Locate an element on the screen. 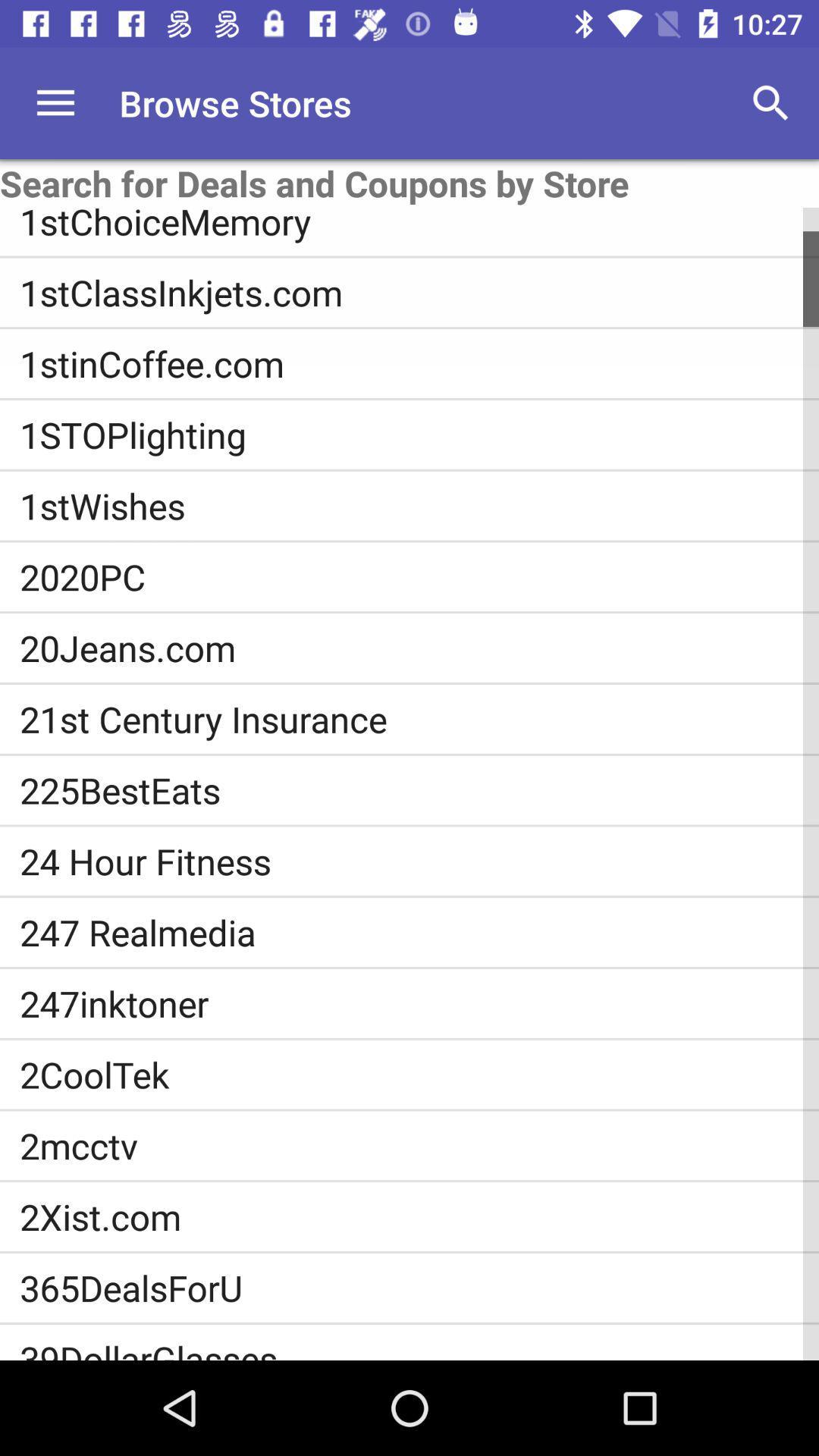 The width and height of the screenshot is (819, 1456). the icon above the search for deals item is located at coordinates (55, 102).